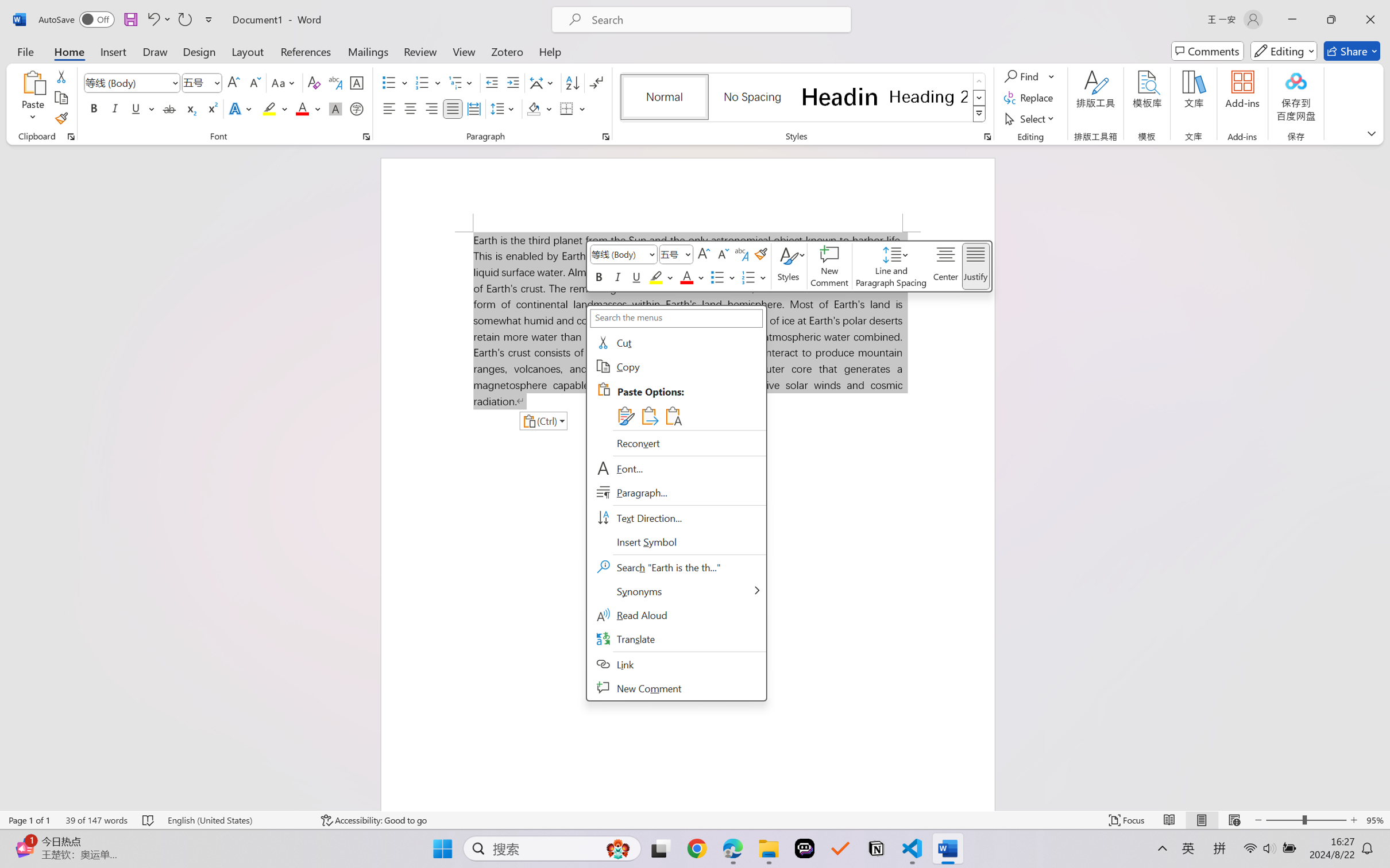 Image resolution: width=1390 pixels, height=868 pixels. I want to click on 'Align Left', so click(389, 108).